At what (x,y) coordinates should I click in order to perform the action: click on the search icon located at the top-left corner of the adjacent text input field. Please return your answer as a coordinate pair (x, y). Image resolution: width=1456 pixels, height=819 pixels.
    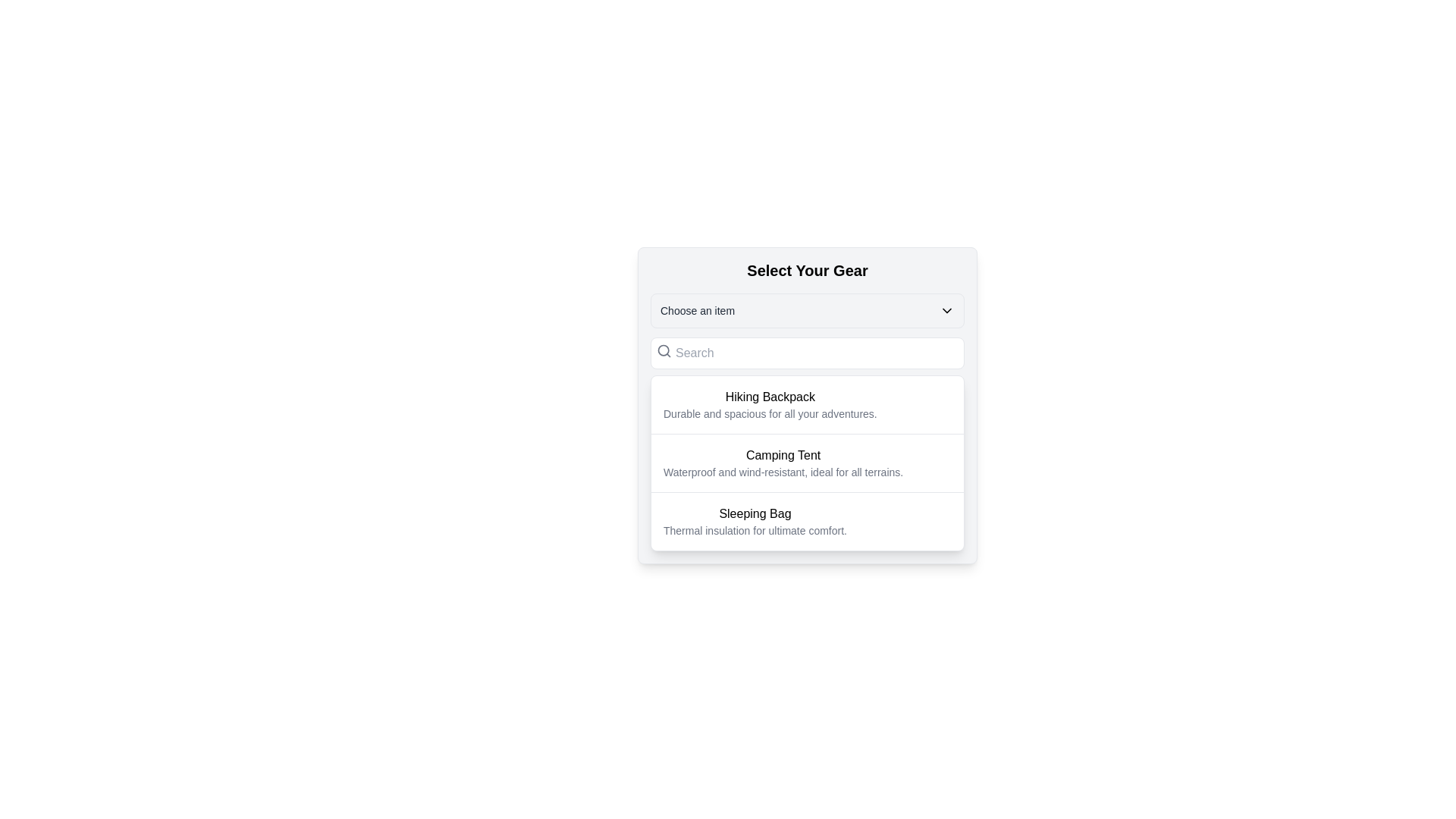
    Looking at the image, I should click on (664, 350).